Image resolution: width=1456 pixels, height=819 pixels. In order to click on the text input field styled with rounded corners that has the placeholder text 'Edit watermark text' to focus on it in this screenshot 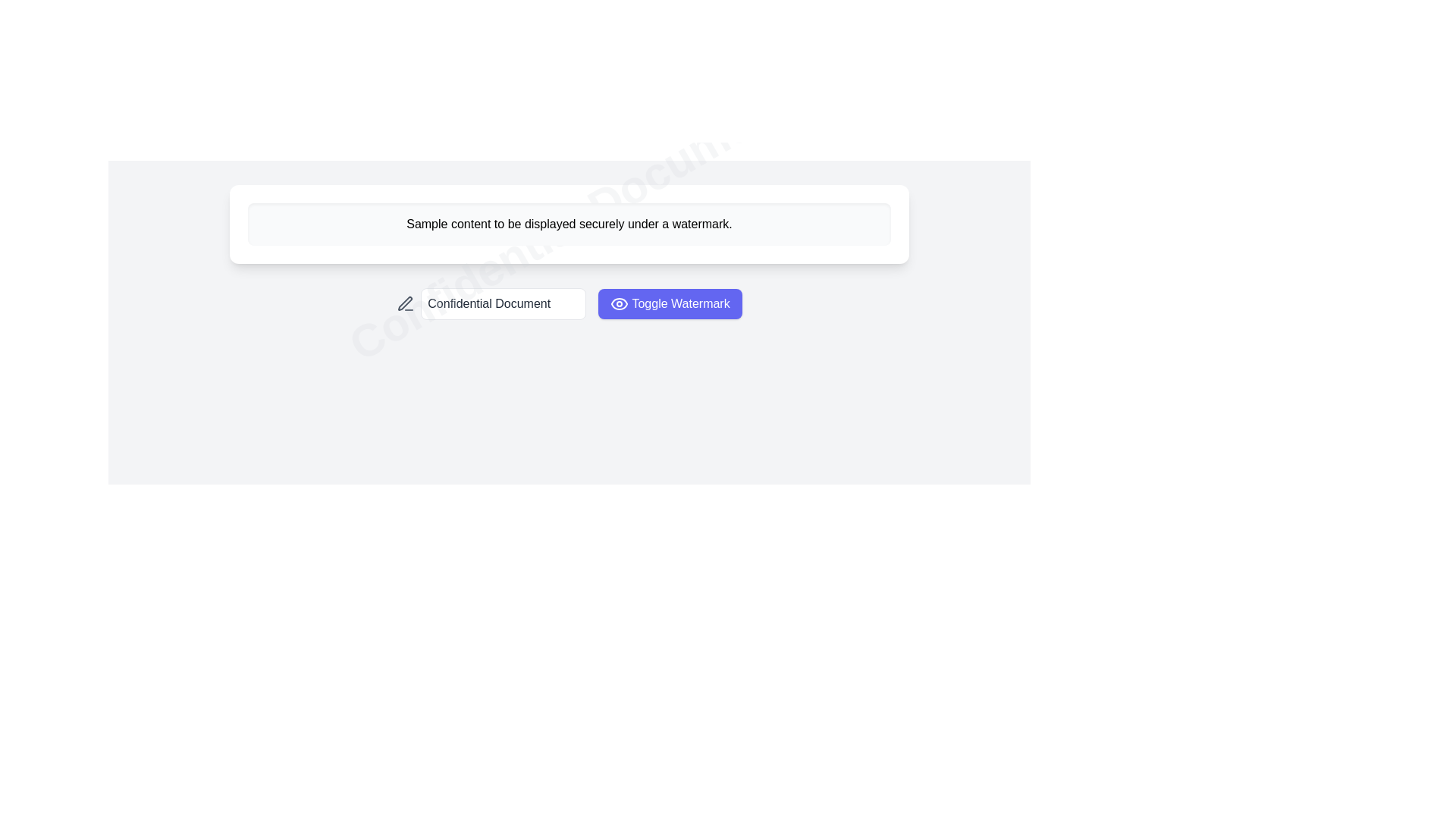, I will do `click(504, 304)`.